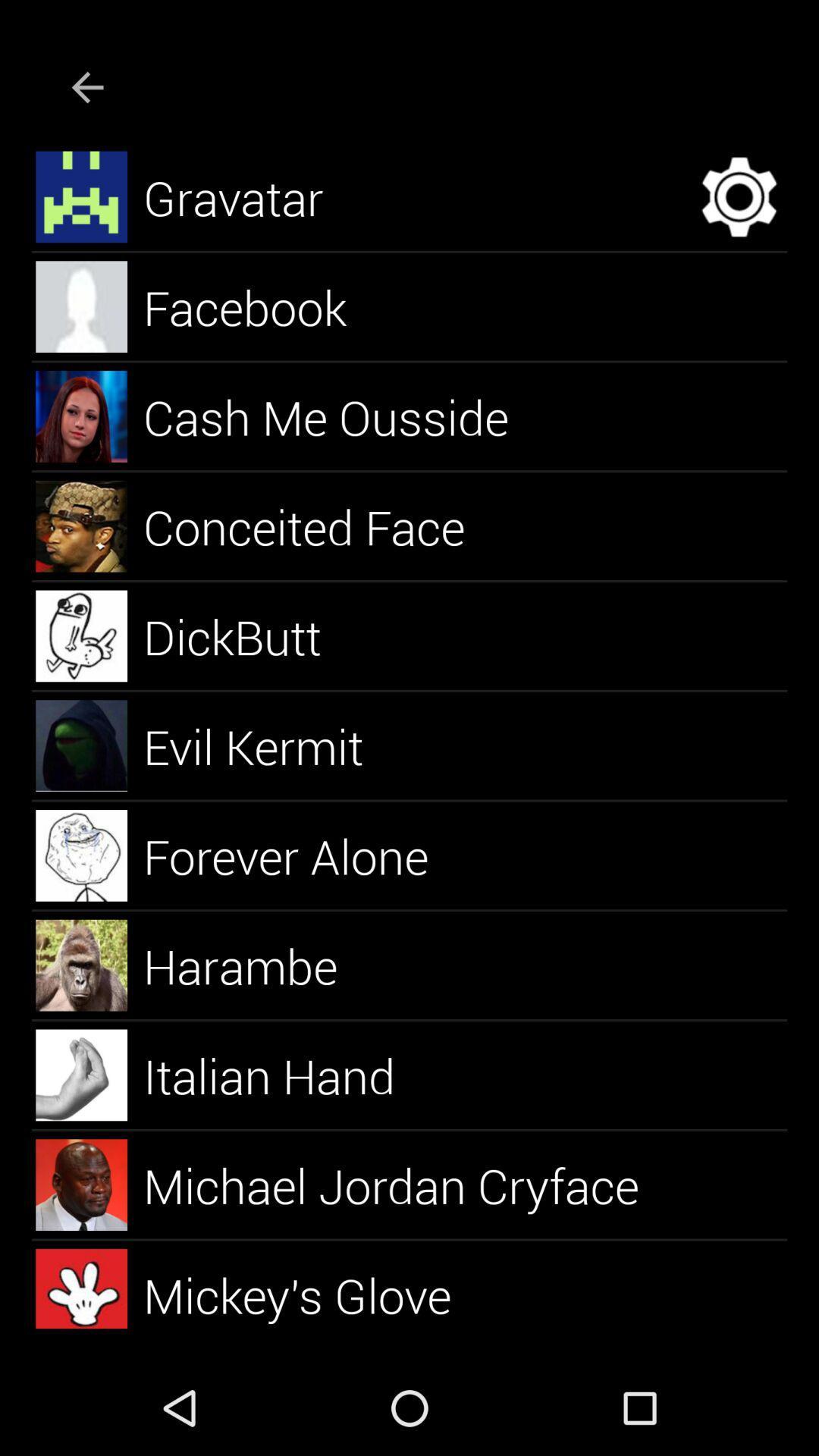 This screenshot has width=819, height=1456. Describe the element at coordinates (262, 306) in the screenshot. I see `facebook icon` at that location.